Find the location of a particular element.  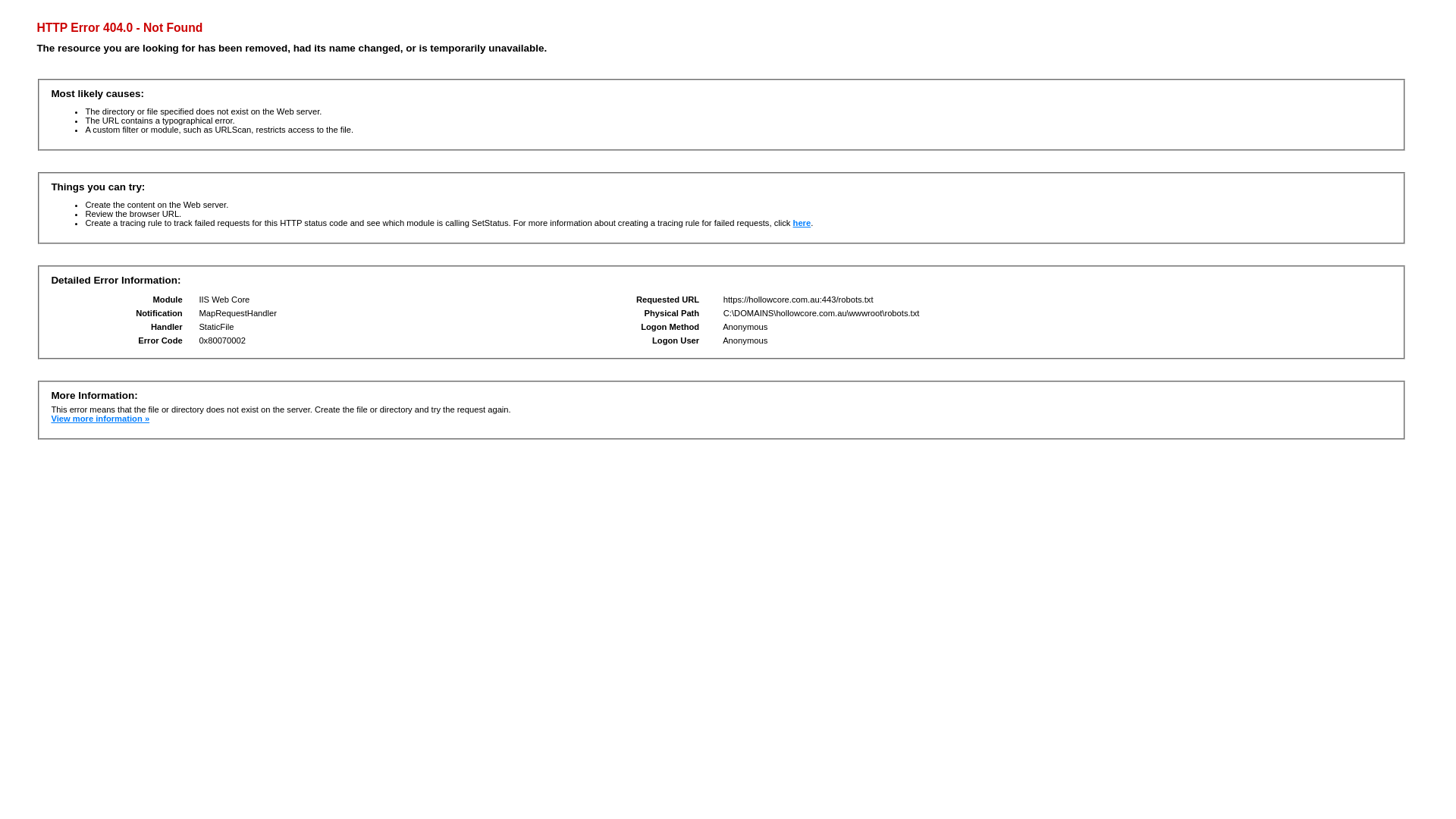

'here' is located at coordinates (792, 222).